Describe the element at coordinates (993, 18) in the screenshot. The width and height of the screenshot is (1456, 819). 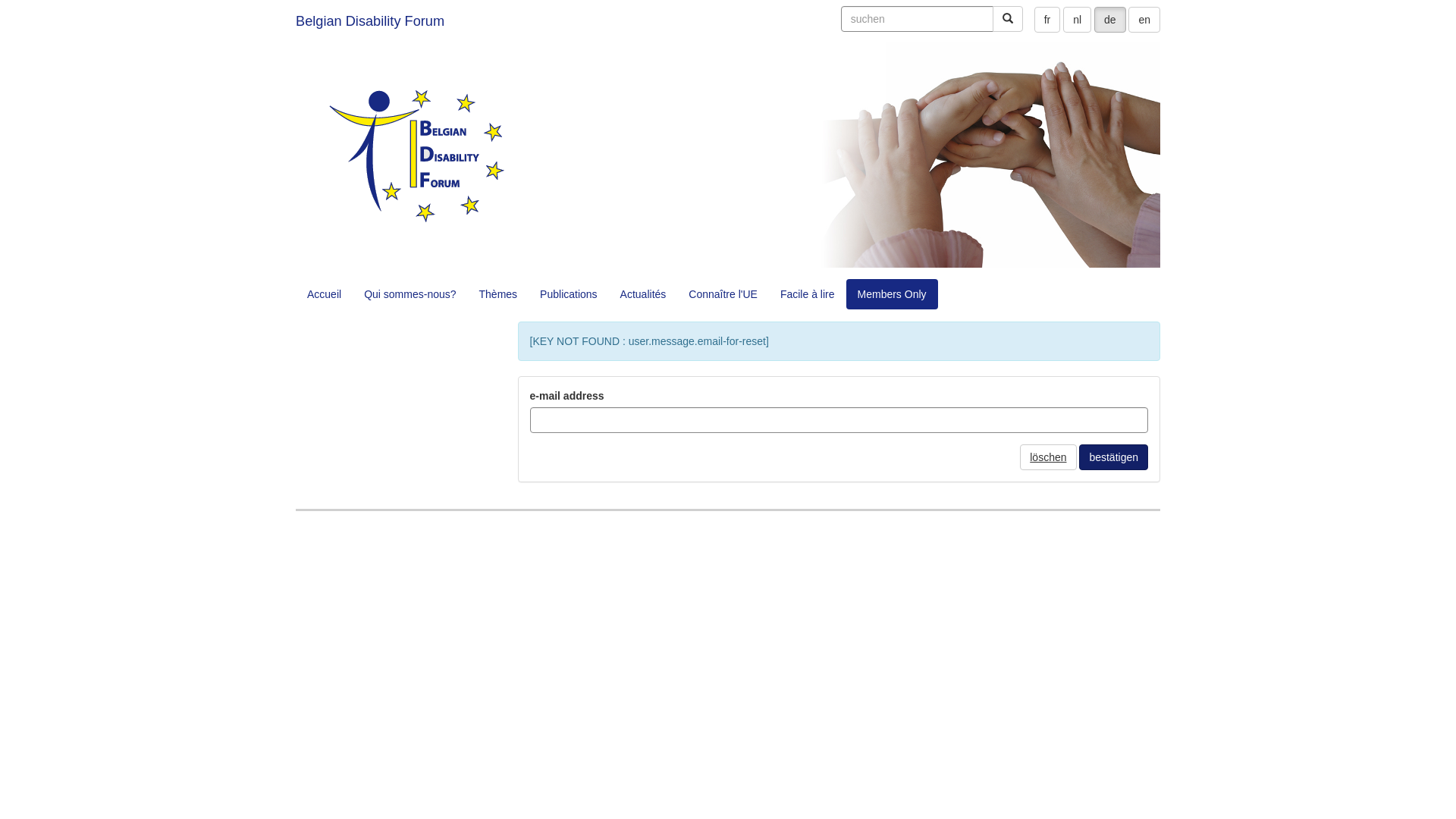
I see `'suchen'` at that location.